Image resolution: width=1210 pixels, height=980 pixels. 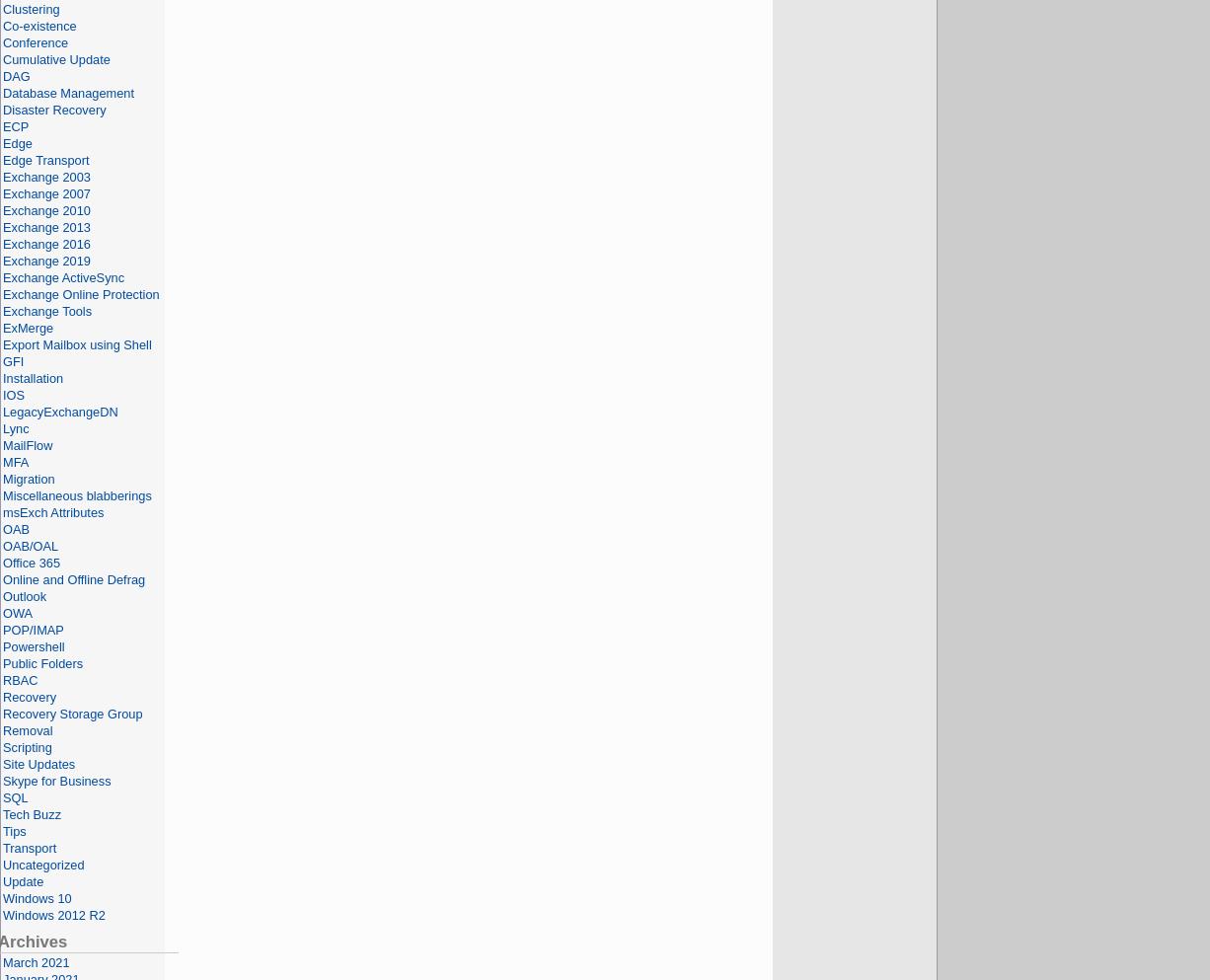 What do you see at coordinates (45, 226) in the screenshot?
I see `'Exchange 2013'` at bounding box center [45, 226].